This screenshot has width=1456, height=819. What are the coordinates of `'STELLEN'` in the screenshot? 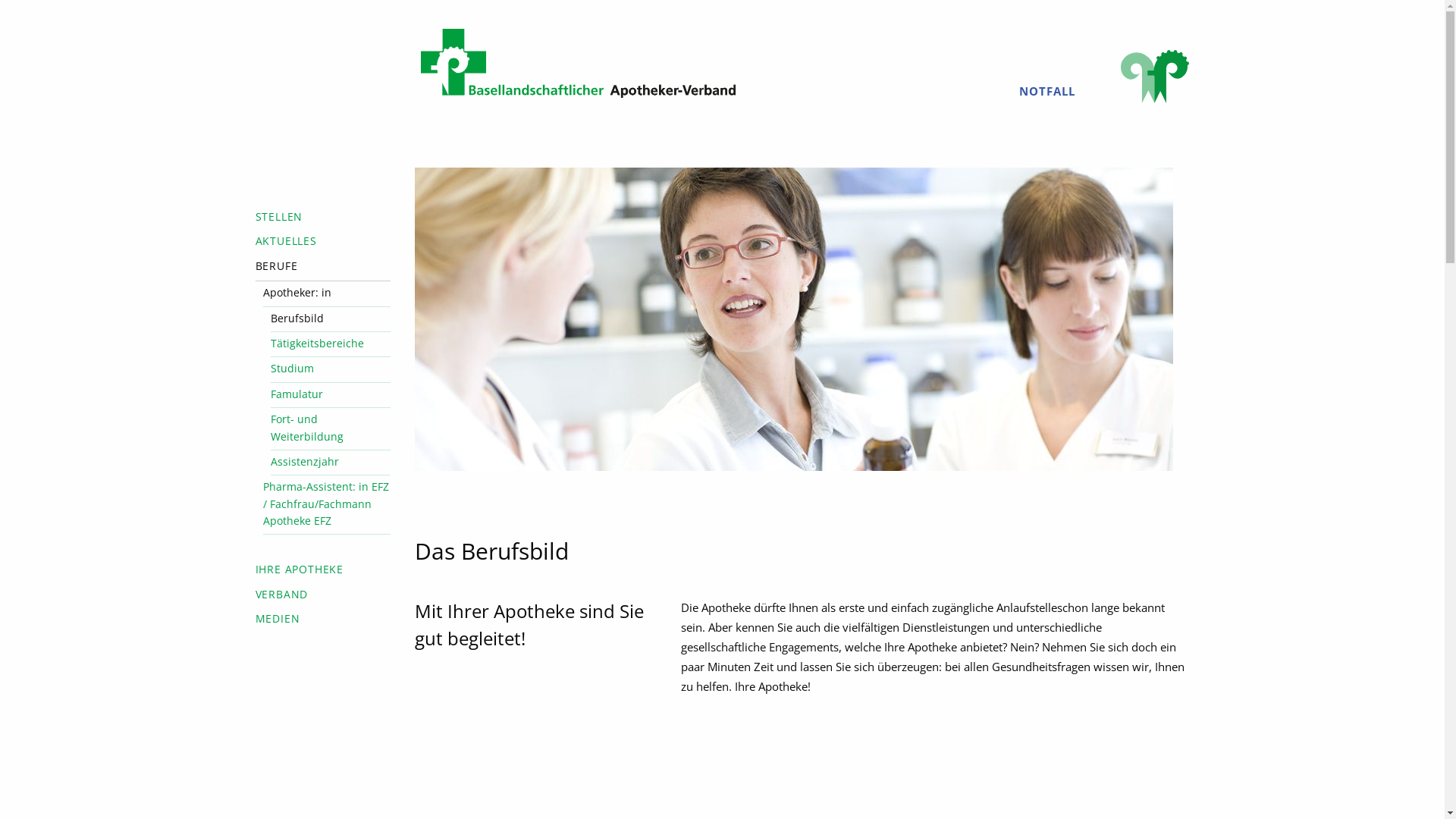 It's located at (255, 219).